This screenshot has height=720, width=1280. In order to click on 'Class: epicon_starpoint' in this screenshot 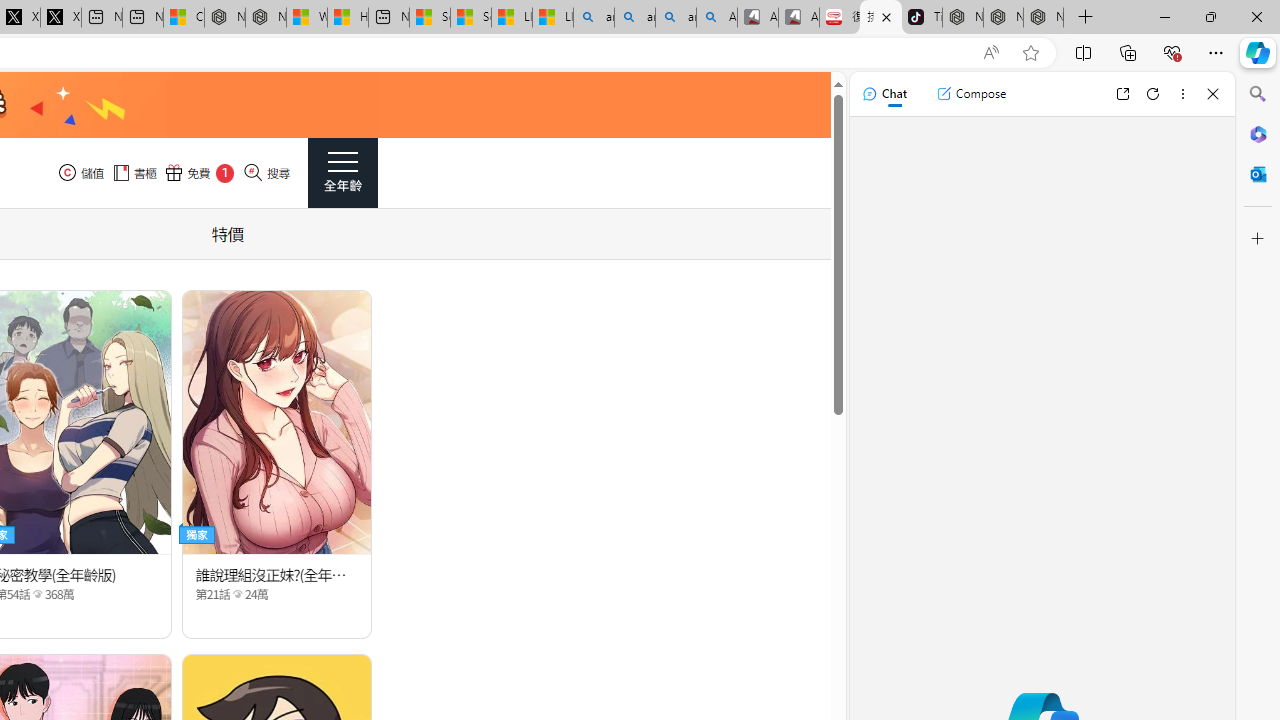, I will do `click(237, 592)`.